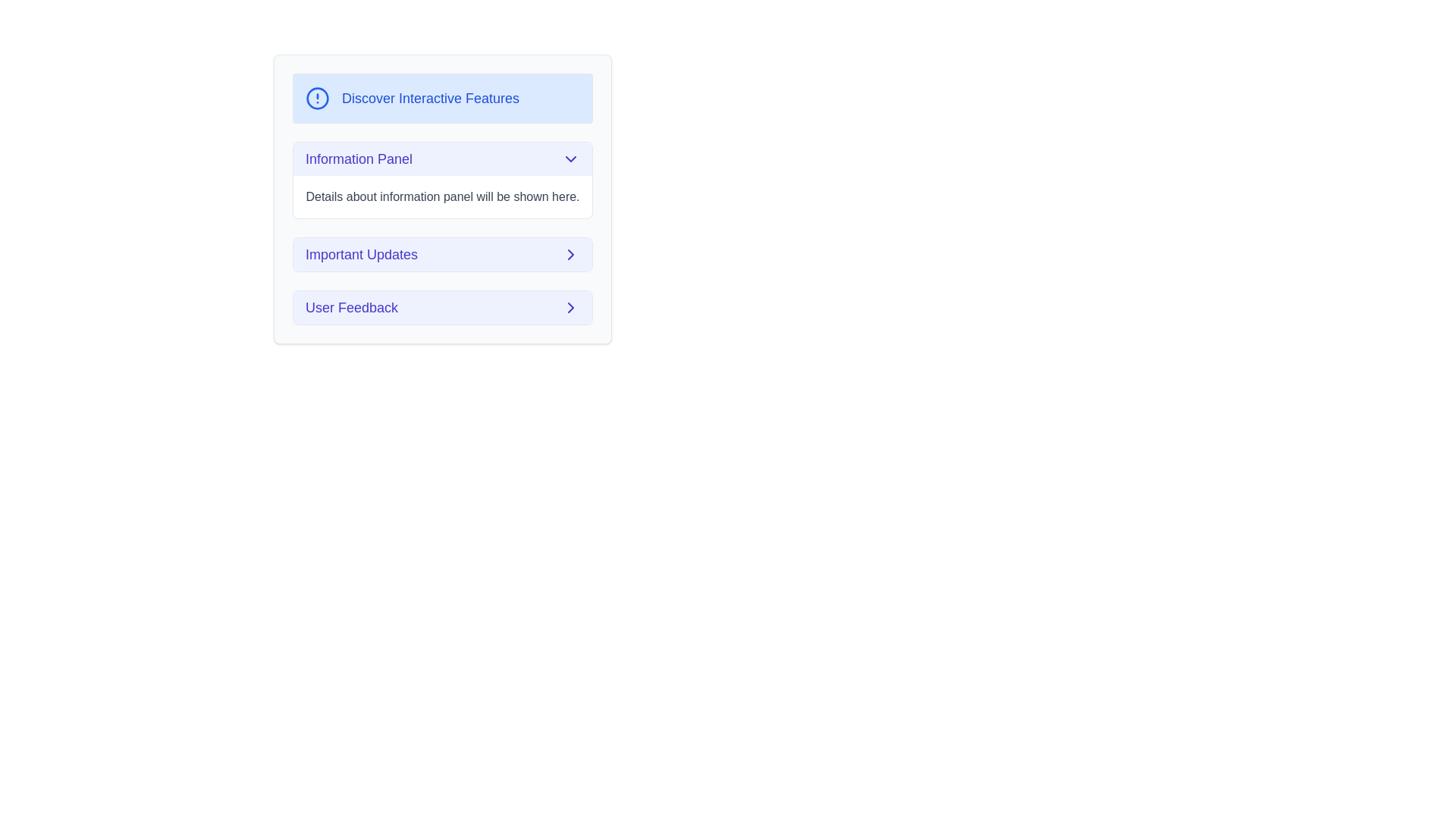 The image size is (1456, 819). Describe the element at coordinates (351, 307) in the screenshot. I see `the label located inside the sidebar, which indicates user feedback and is positioned below a chevron icon` at that location.